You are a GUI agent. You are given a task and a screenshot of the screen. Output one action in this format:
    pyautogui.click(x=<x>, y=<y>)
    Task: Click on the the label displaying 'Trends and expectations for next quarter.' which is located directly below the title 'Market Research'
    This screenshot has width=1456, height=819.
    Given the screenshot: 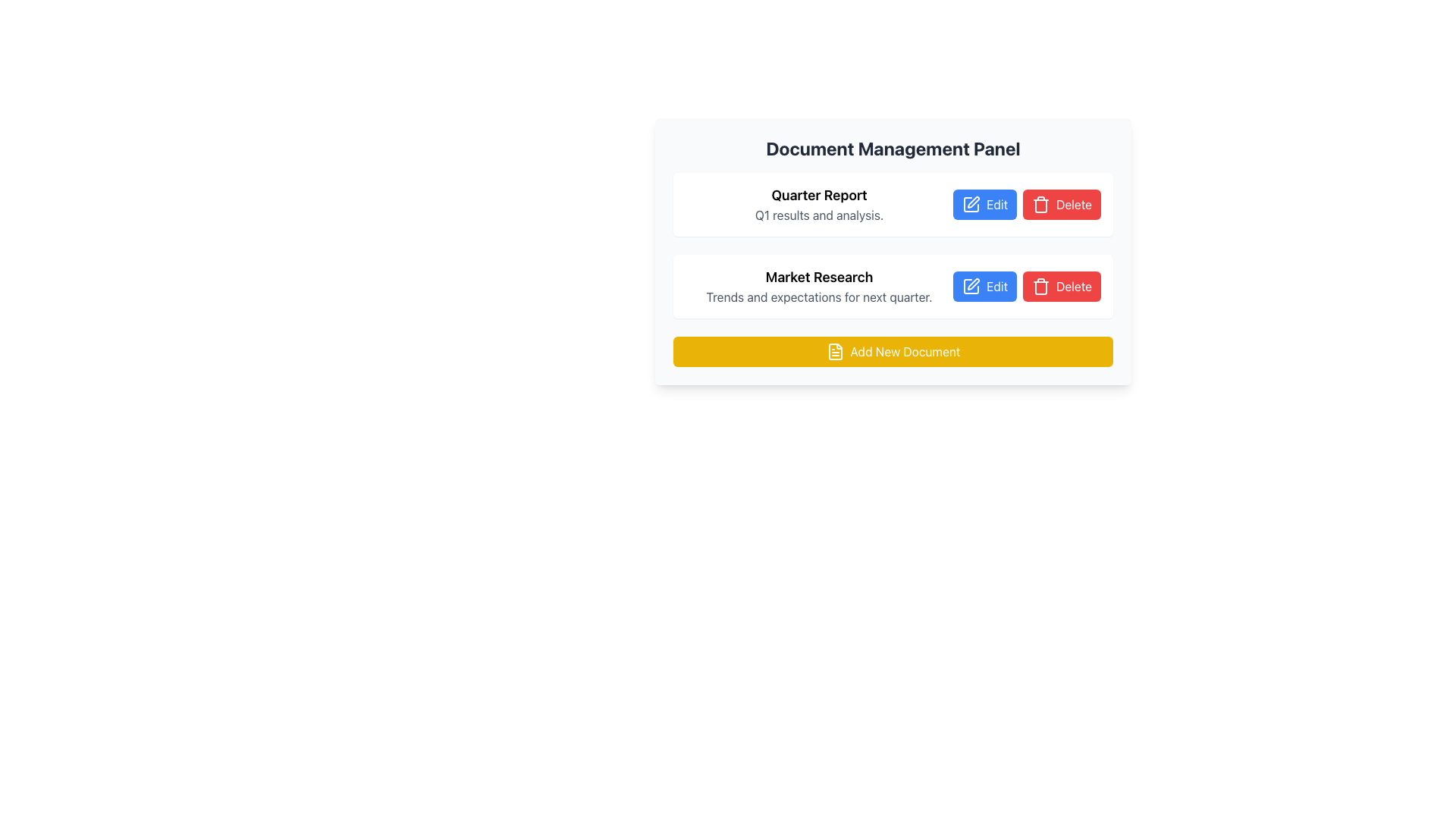 What is the action you would take?
    pyautogui.click(x=818, y=297)
    